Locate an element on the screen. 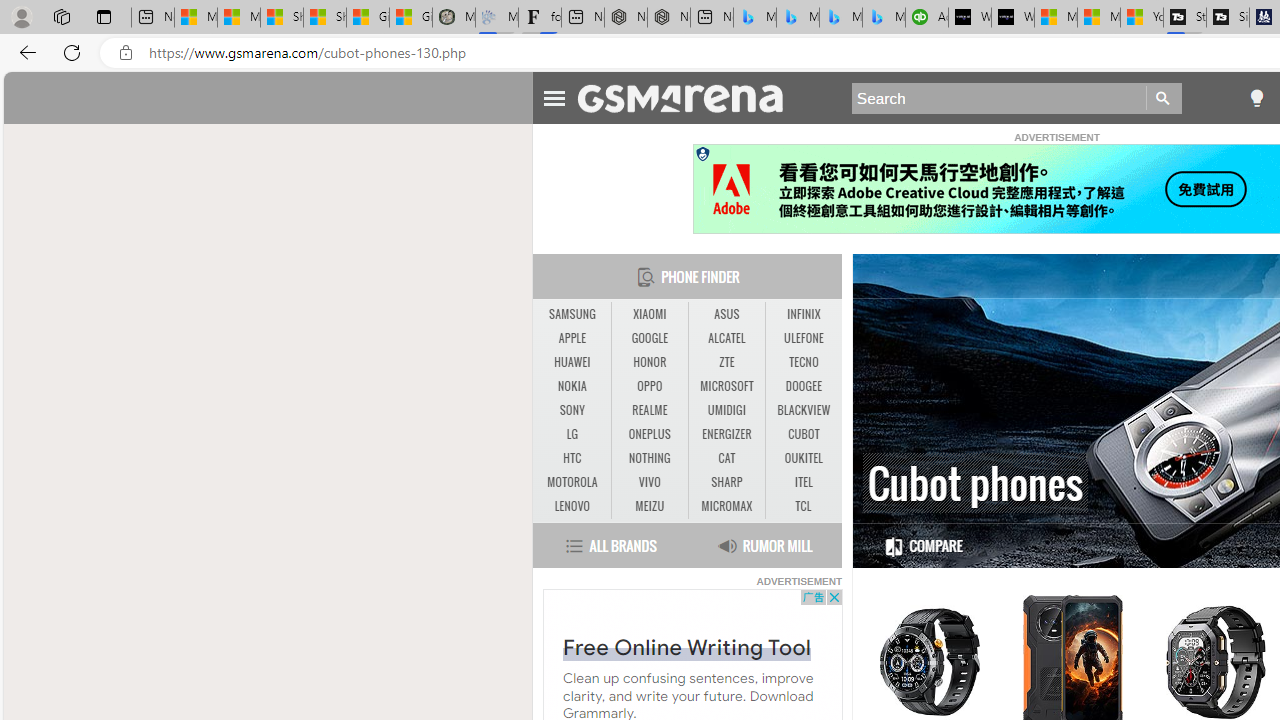 The width and height of the screenshot is (1280, 720). 'OUKITEL' is located at coordinates (803, 458).